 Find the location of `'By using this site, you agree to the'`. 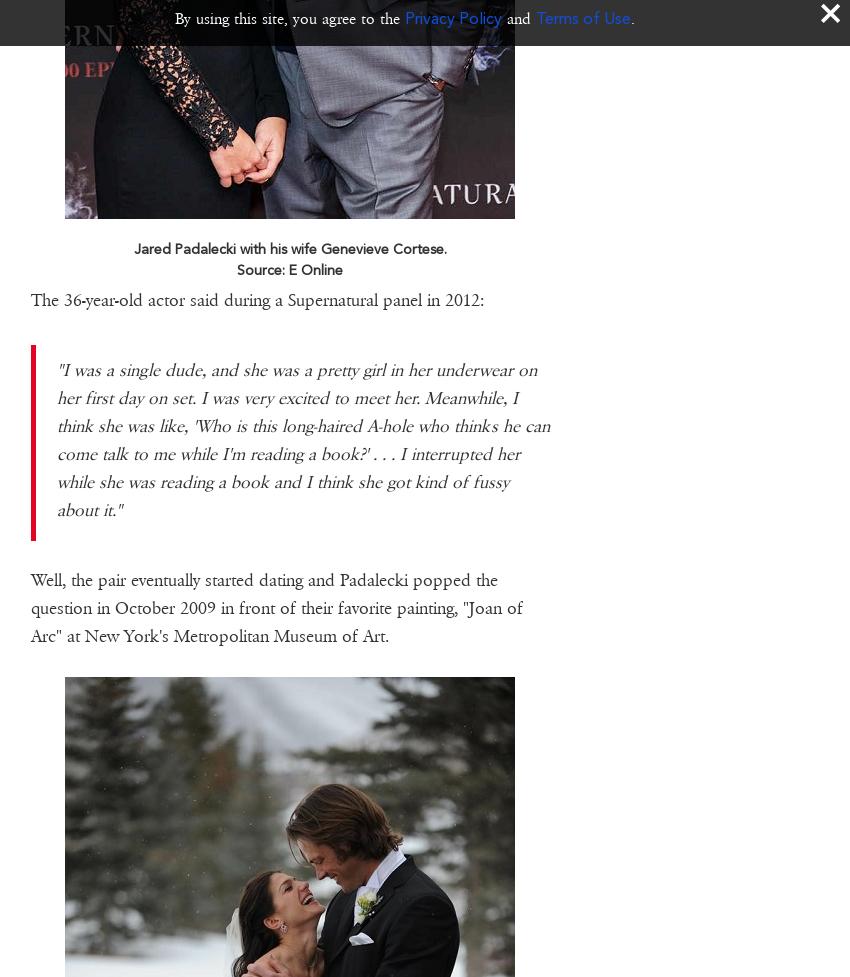

'By using this site, you agree to the' is located at coordinates (174, 18).